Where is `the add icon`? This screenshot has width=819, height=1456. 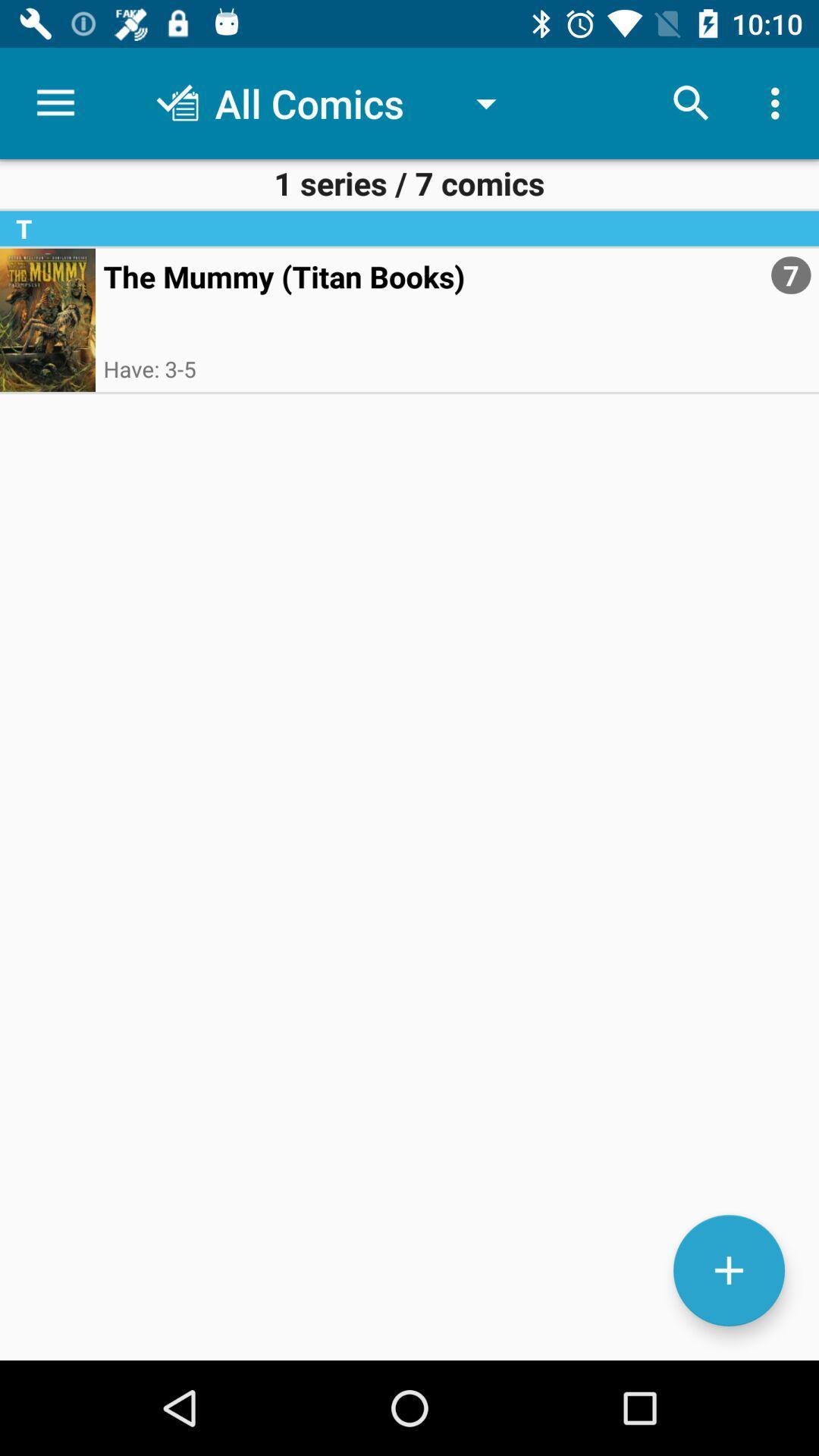
the add icon is located at coordinates (728, 1270).